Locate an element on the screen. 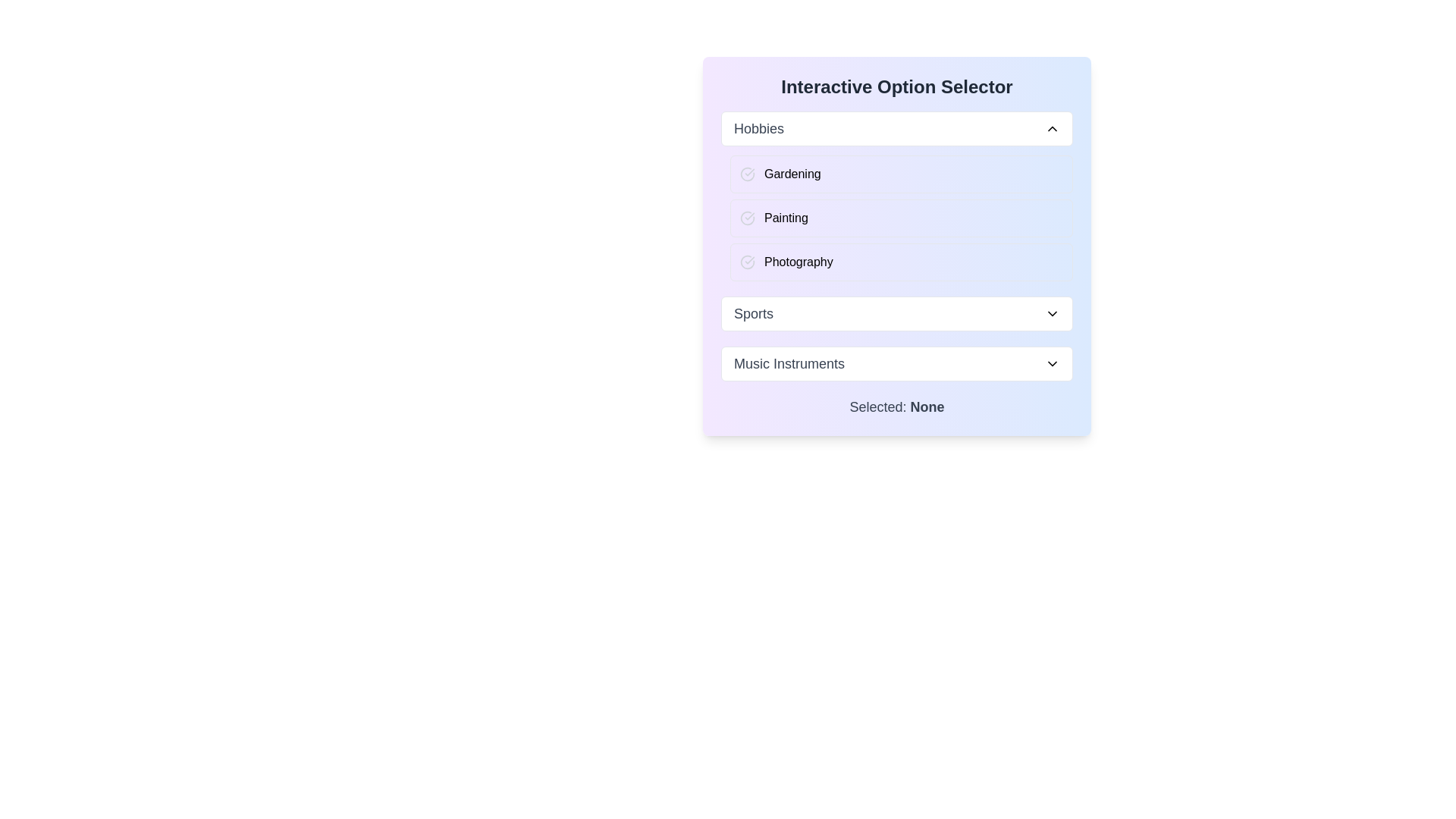 The image size is (1456, 819). the bold text label displaying the word 'None' located to the right of 'Selected:' in the lower section of the interactive panel is located at coordinates (927, 406).